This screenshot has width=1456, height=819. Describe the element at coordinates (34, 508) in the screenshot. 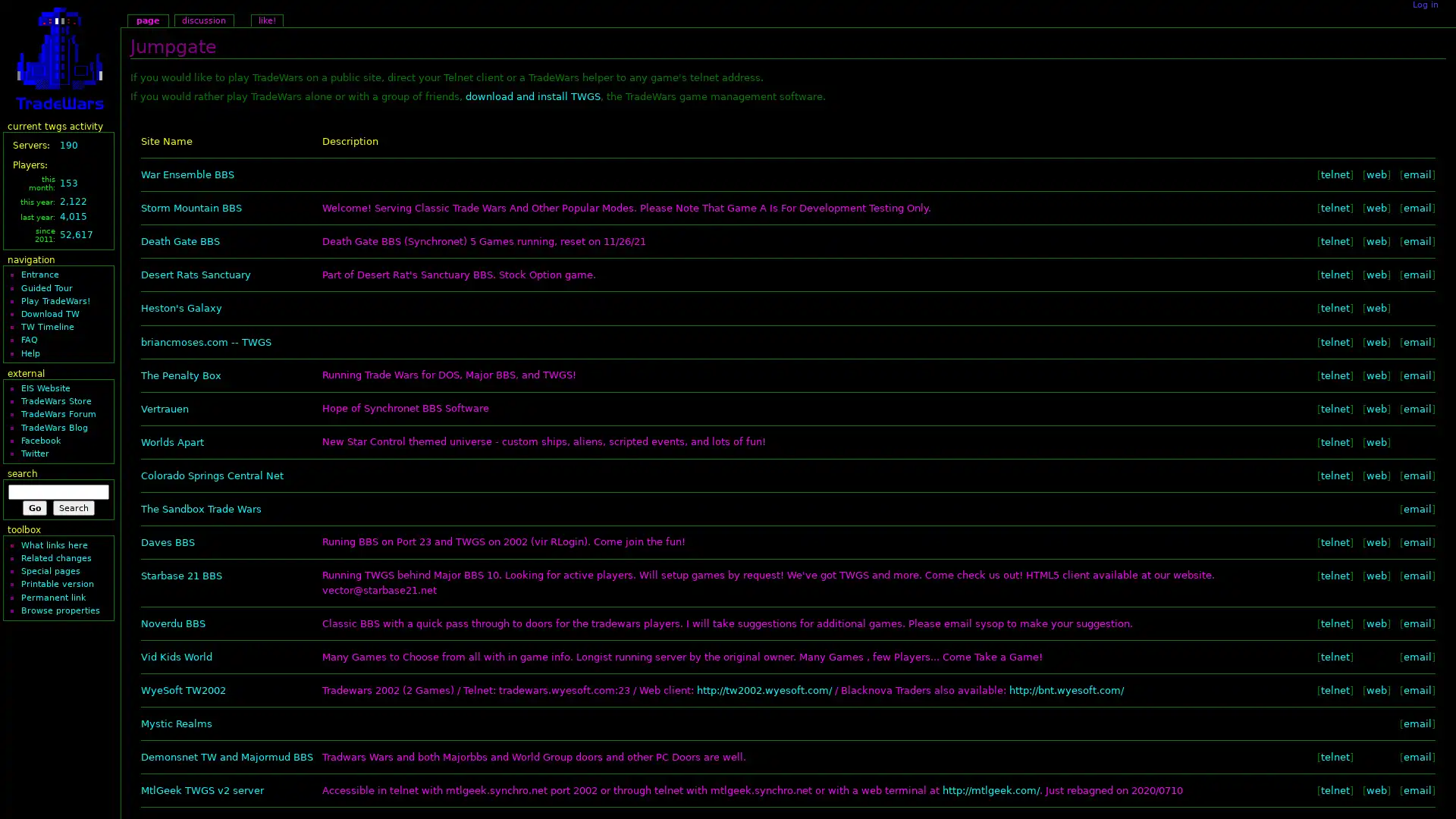

I see `Go` at that location.